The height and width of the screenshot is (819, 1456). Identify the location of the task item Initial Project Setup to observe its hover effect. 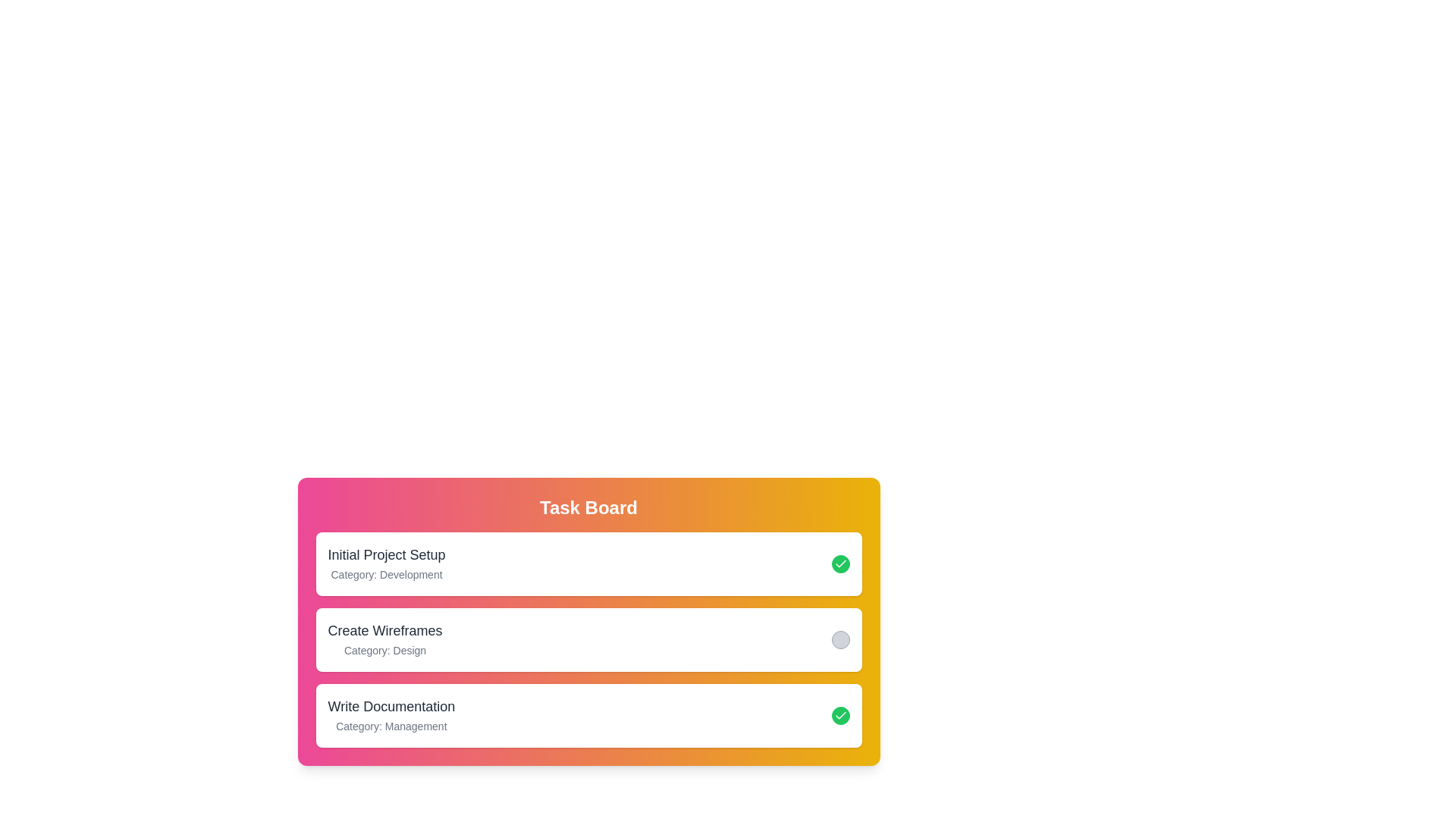
(588, 564).